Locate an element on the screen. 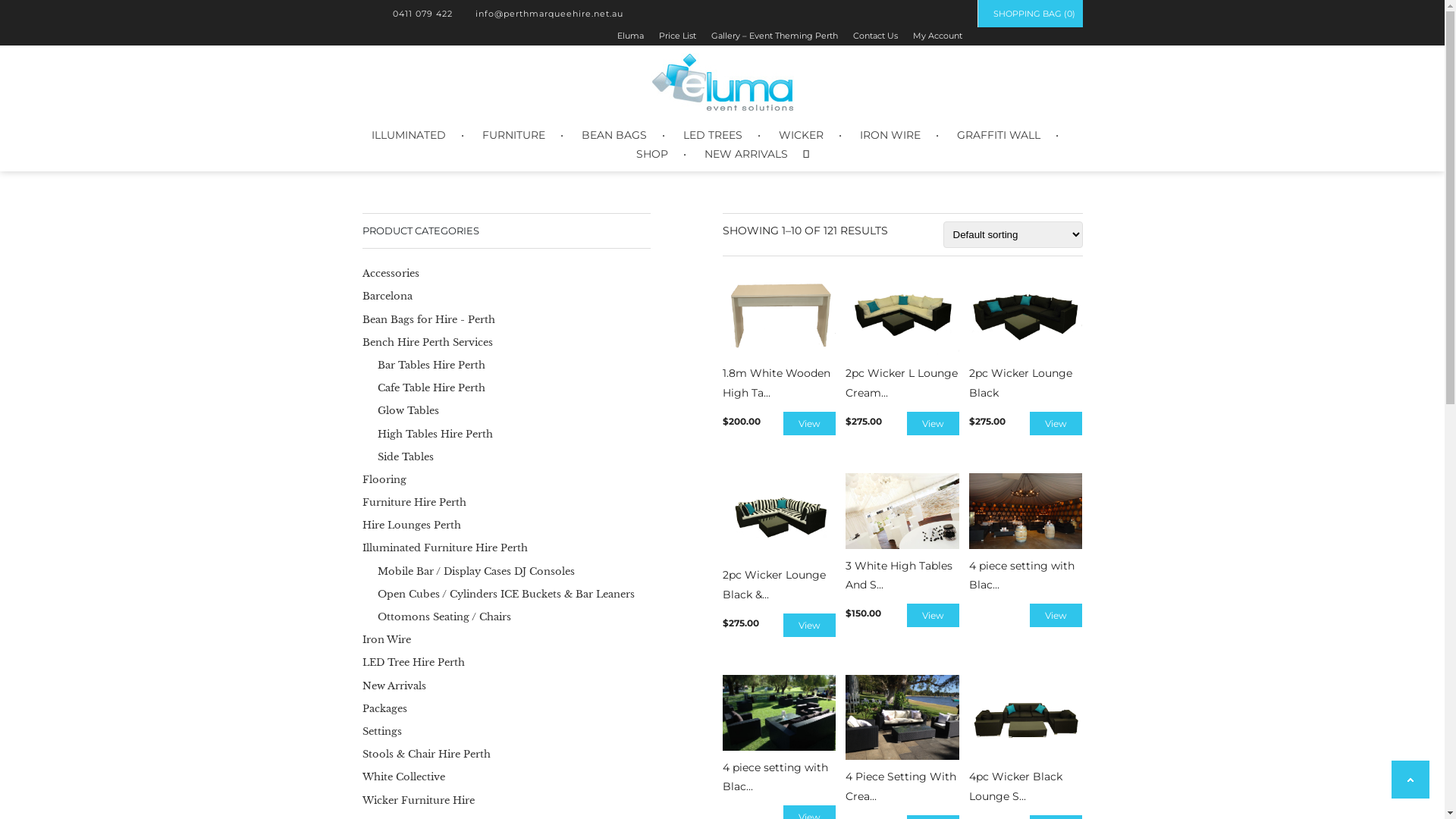  'Cafe Table Hire Perth' is located at coordinates (431, 387).